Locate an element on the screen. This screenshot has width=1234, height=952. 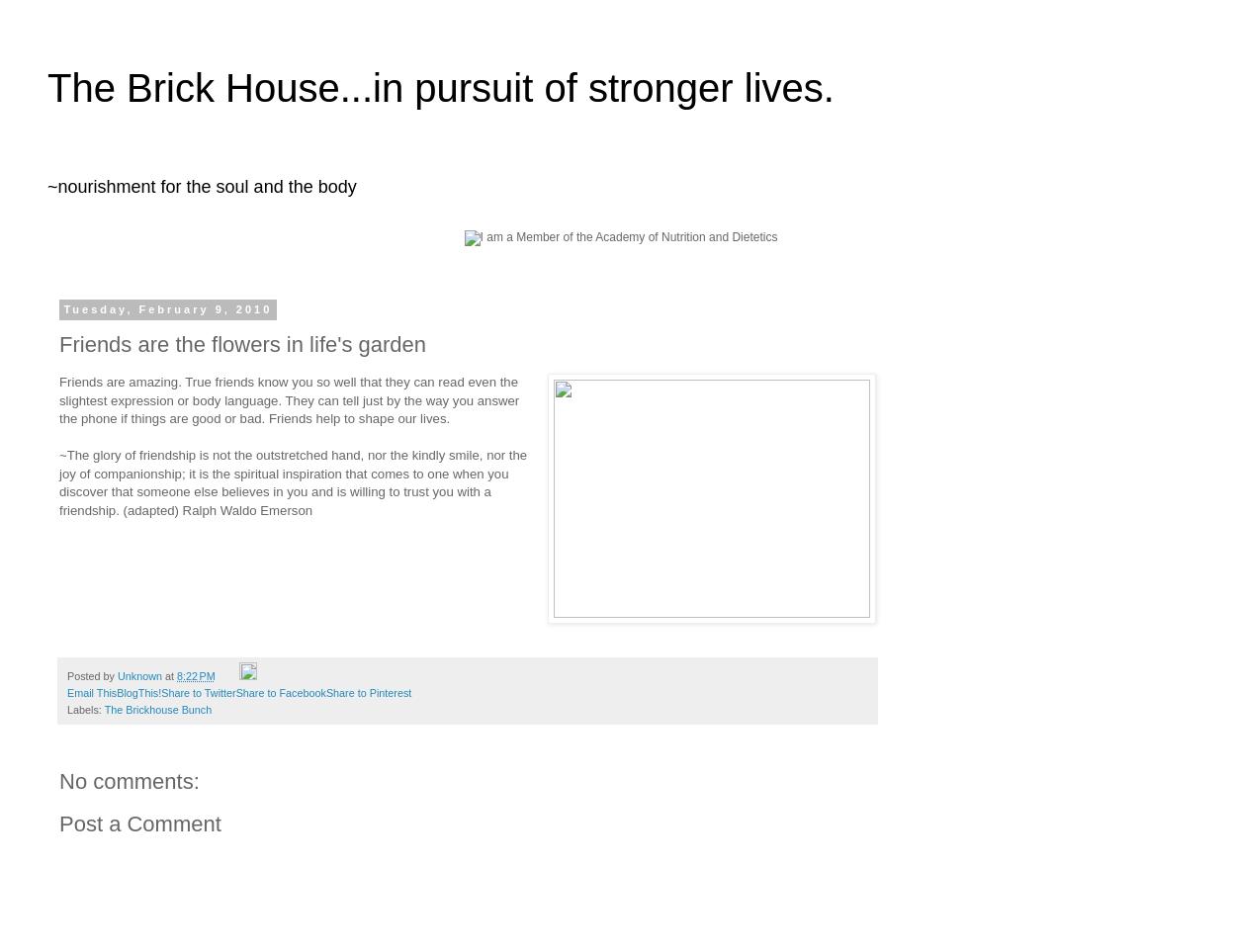
'Tuesday, February 9, 2010' is located at coordinates (166, 308).